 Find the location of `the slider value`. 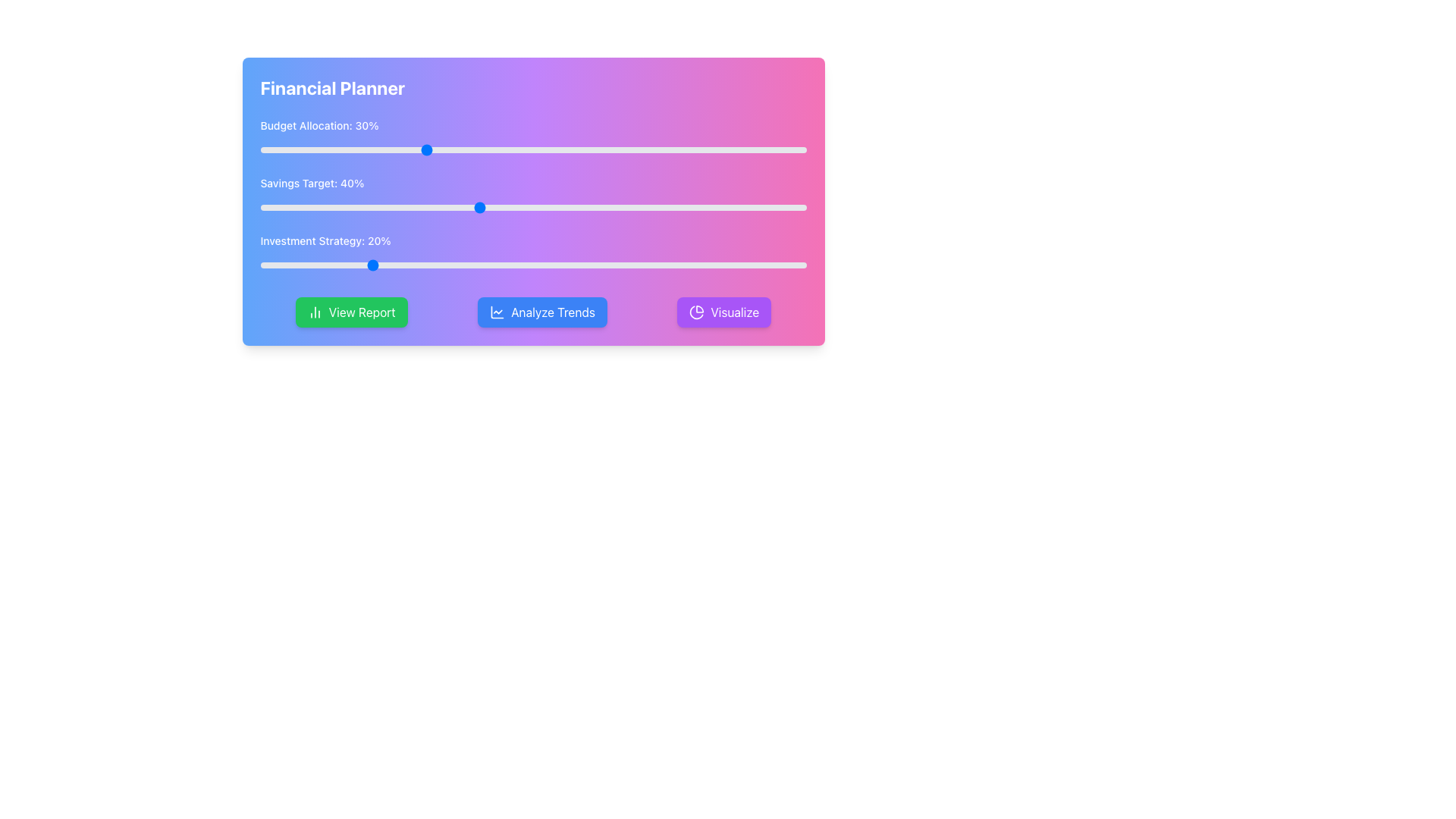

the slider value is located at coordinates (762, 149).